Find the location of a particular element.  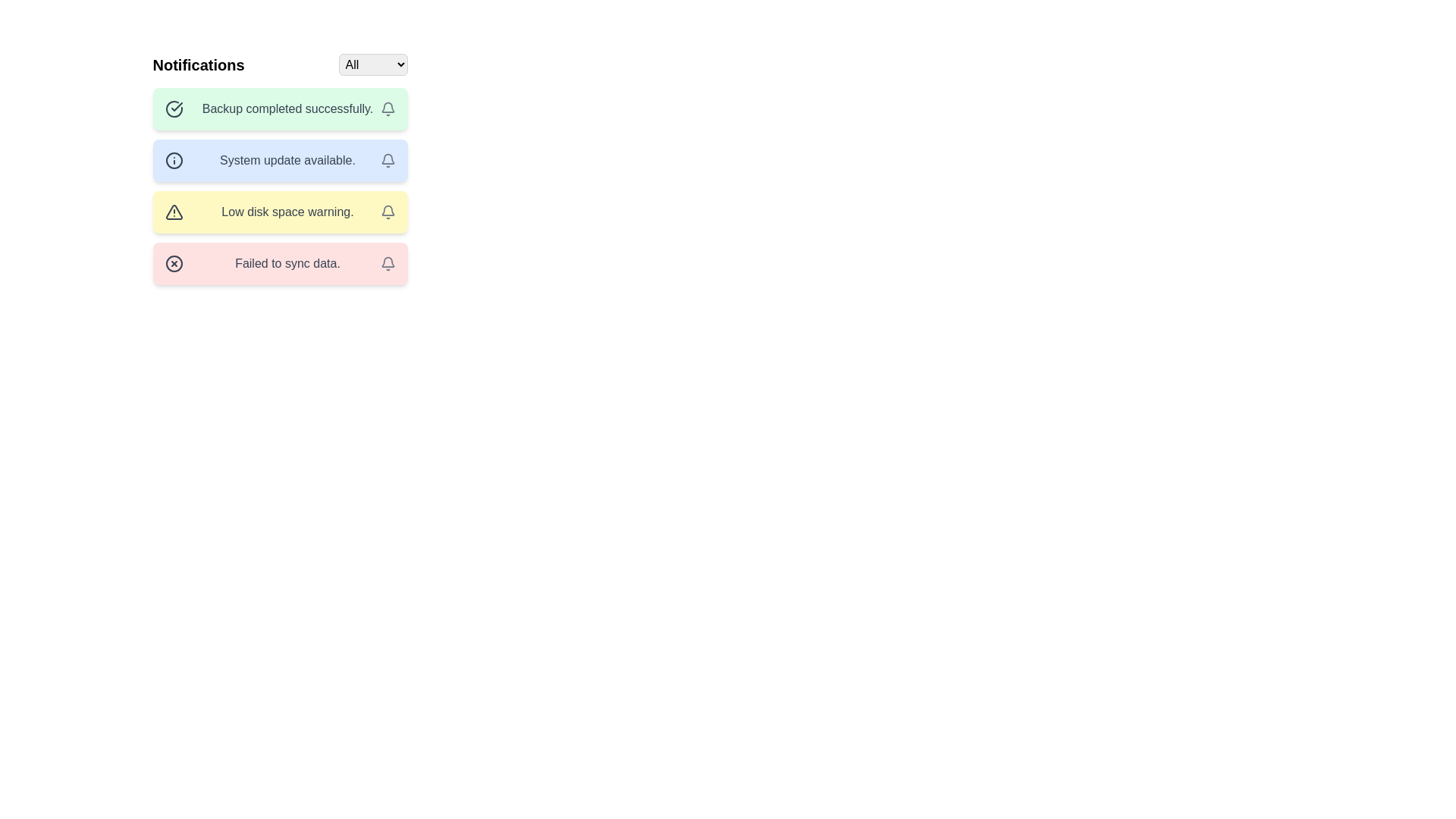

notification text from the second alert in the stacked list of notifications, which is positioned between 'Backup completed successfully.' and 'Low disk space warning.' is located at coordinates (280, 161).